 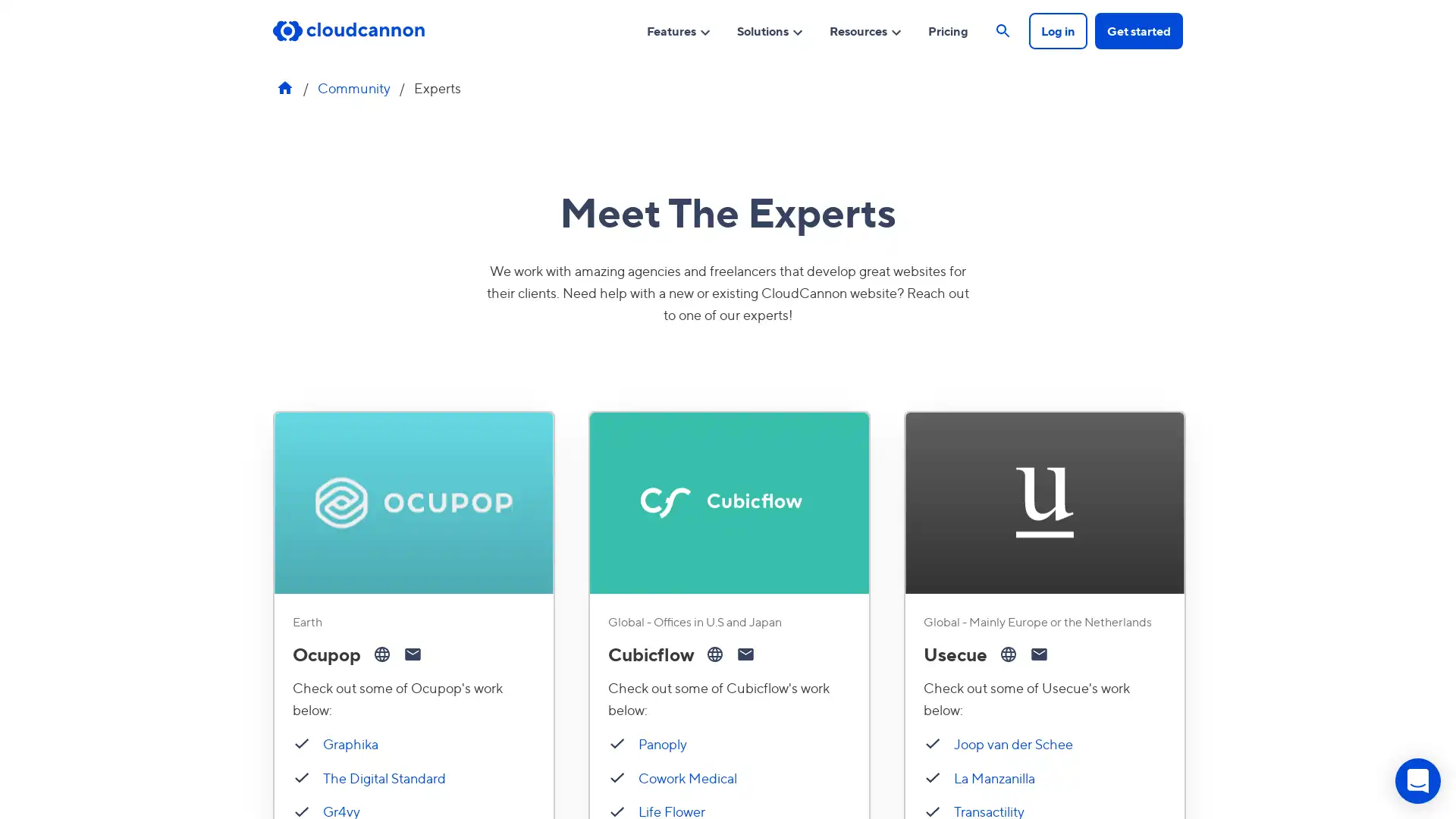 What do you see at coordinates (770, 30) in the screenshot?
I see `Solutions` at bounding box center [770, 30].